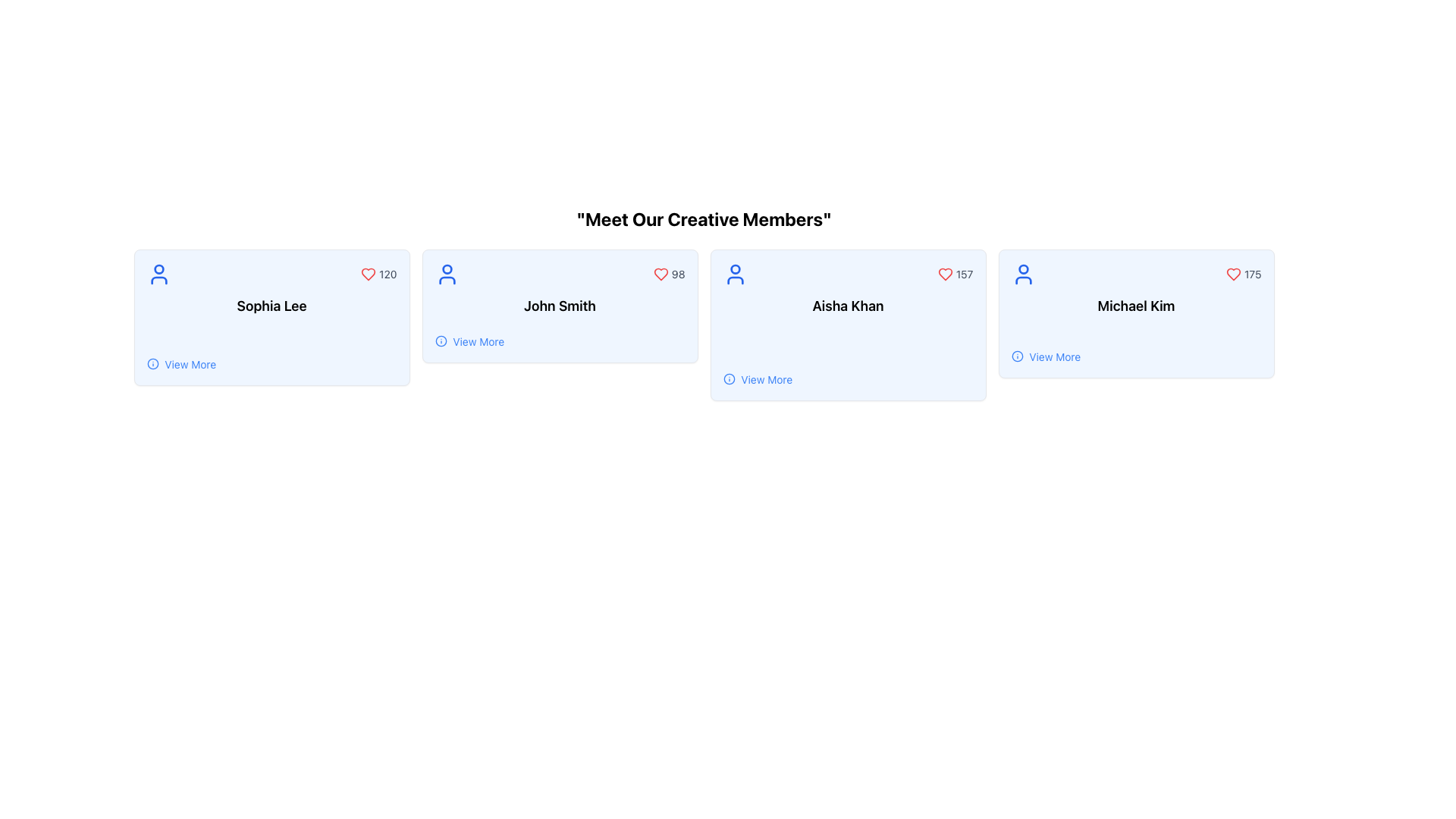 This screenshot has width=1456, height=819. I want to click on the displayed number '98' in gray color, positioned next to a red heart icon in the top-right corner of the card for 'John Smith', so click(677, 275).